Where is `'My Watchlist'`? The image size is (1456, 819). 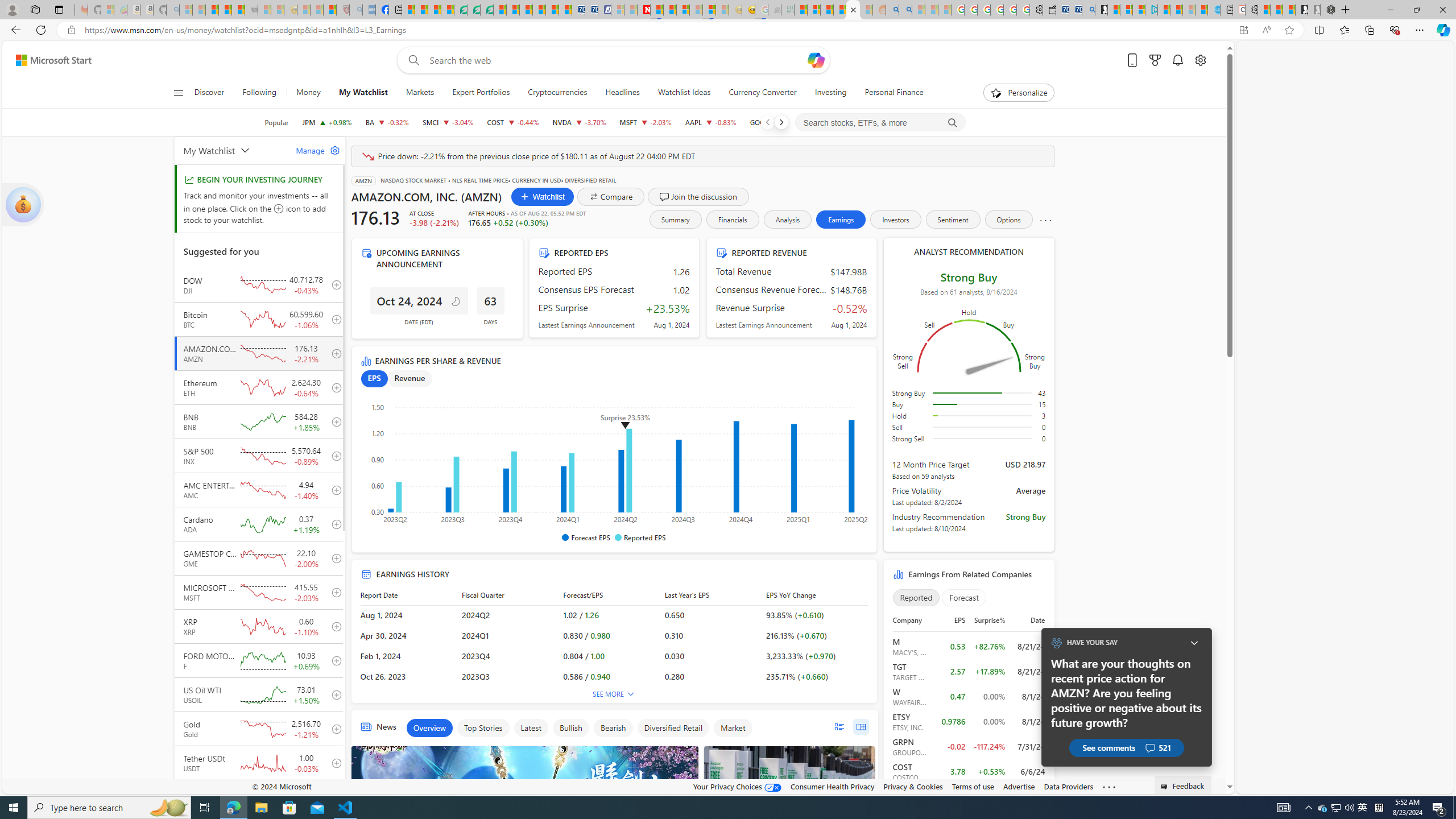
'My Watchlist' is located at coordinates (362, 92).